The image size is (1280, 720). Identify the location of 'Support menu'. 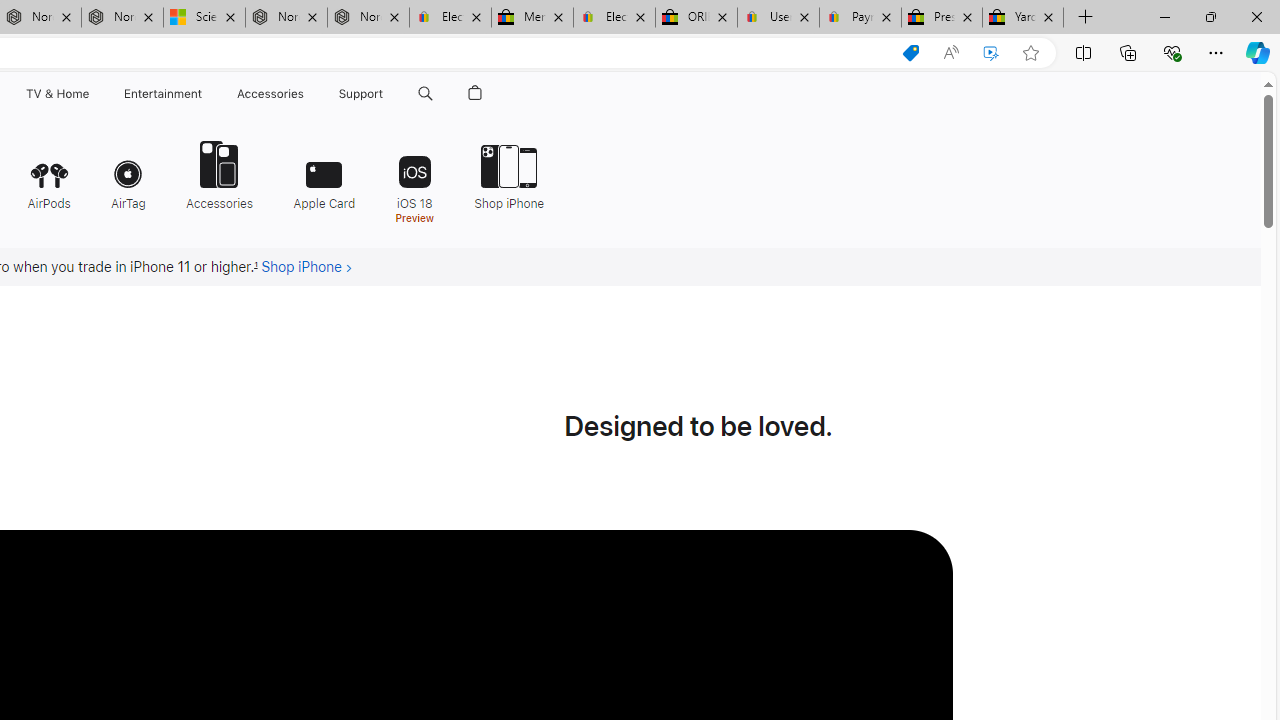
(387, 93).